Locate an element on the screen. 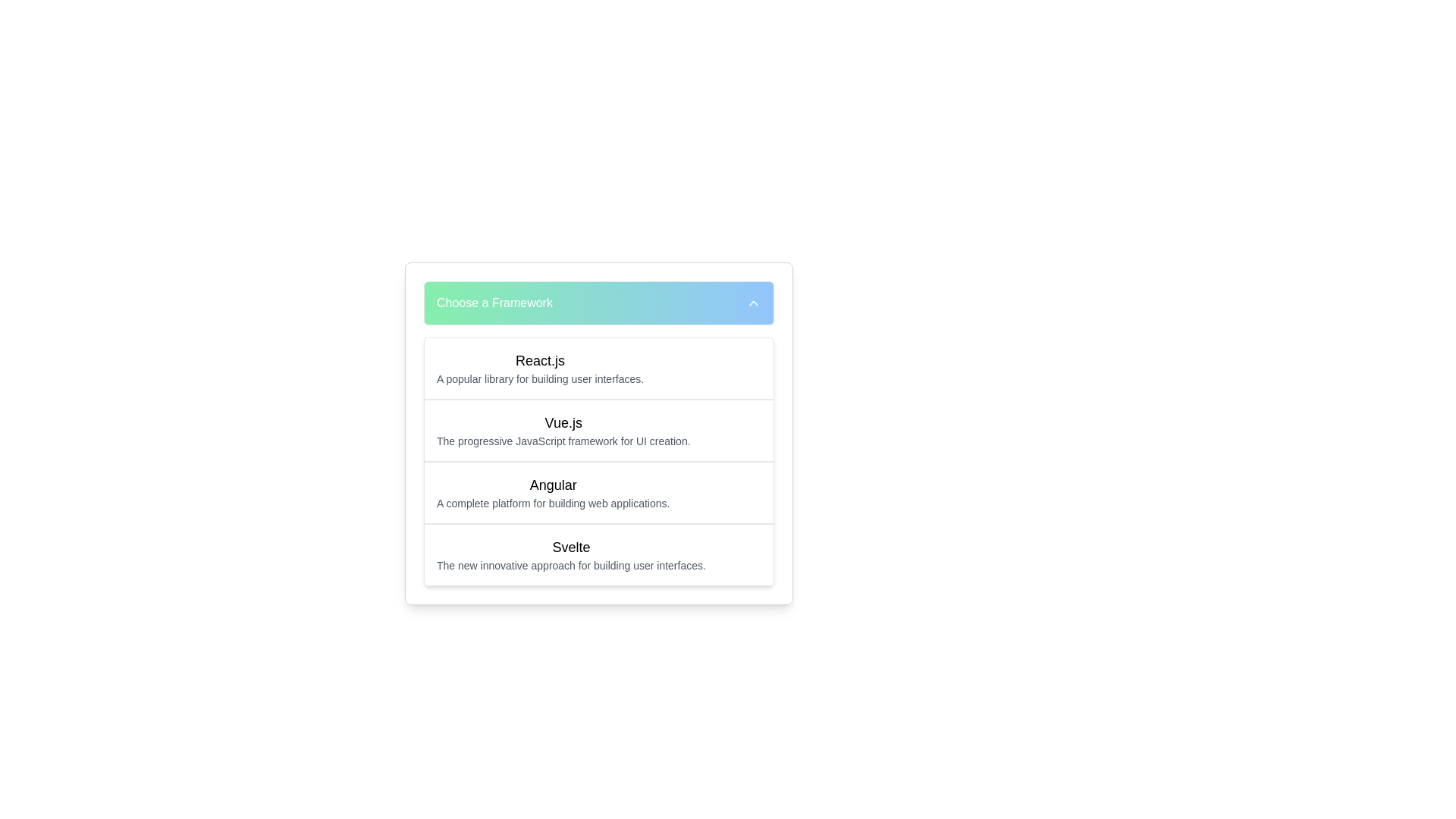 The width and height of the screenshot is (1456, 819). descriptive text located directly below the 'Svelte' heading, which highlights its innovative approach to building user interfaces is located at coordinates (570, 565).